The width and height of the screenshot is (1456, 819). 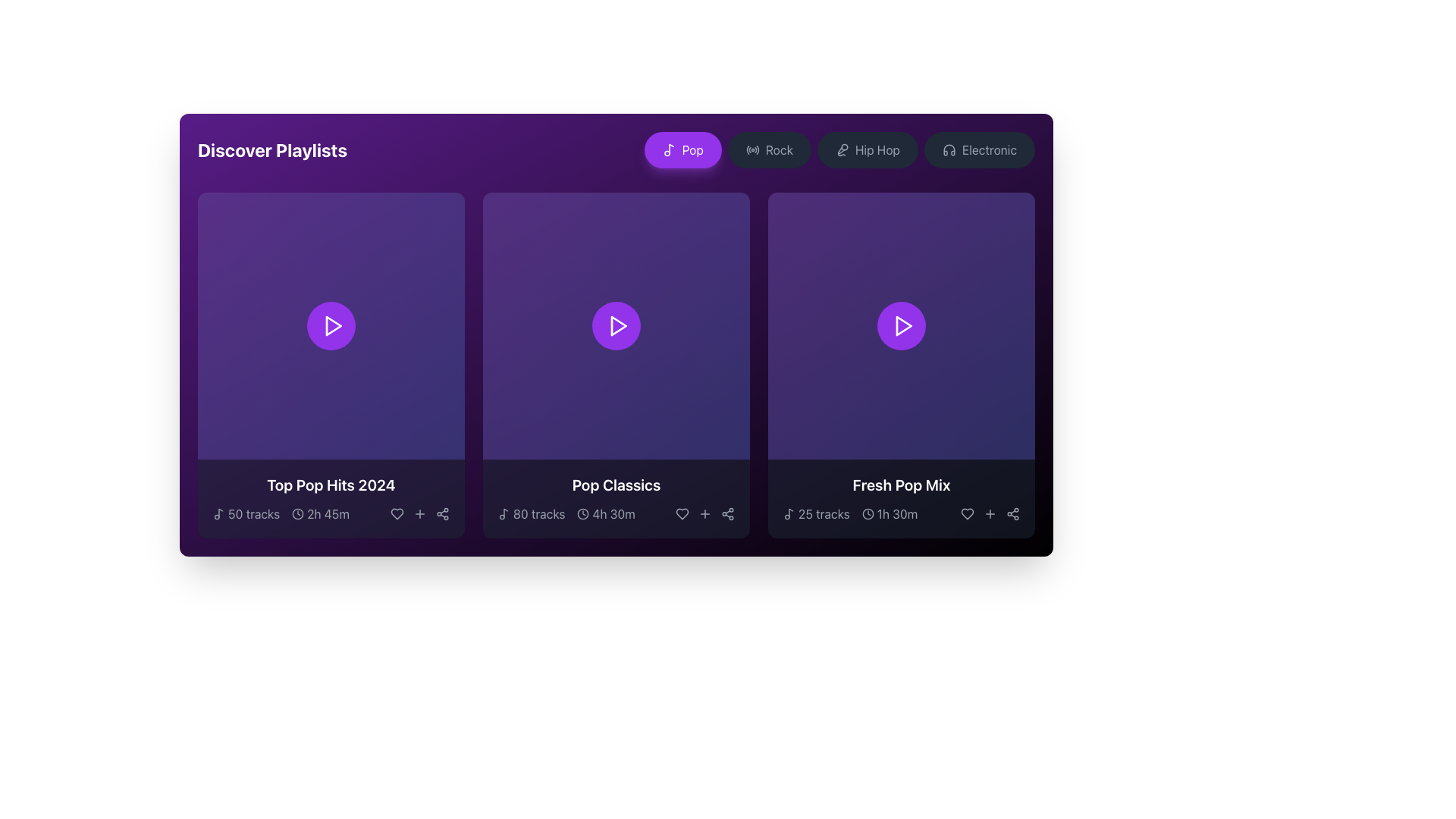 What do you see at coordinates (902, 325) in the screenshot?
I see `the play button located at the center of the rightmost card to initiate playback of the associated audio or video content` at bounding box center [902, 325].